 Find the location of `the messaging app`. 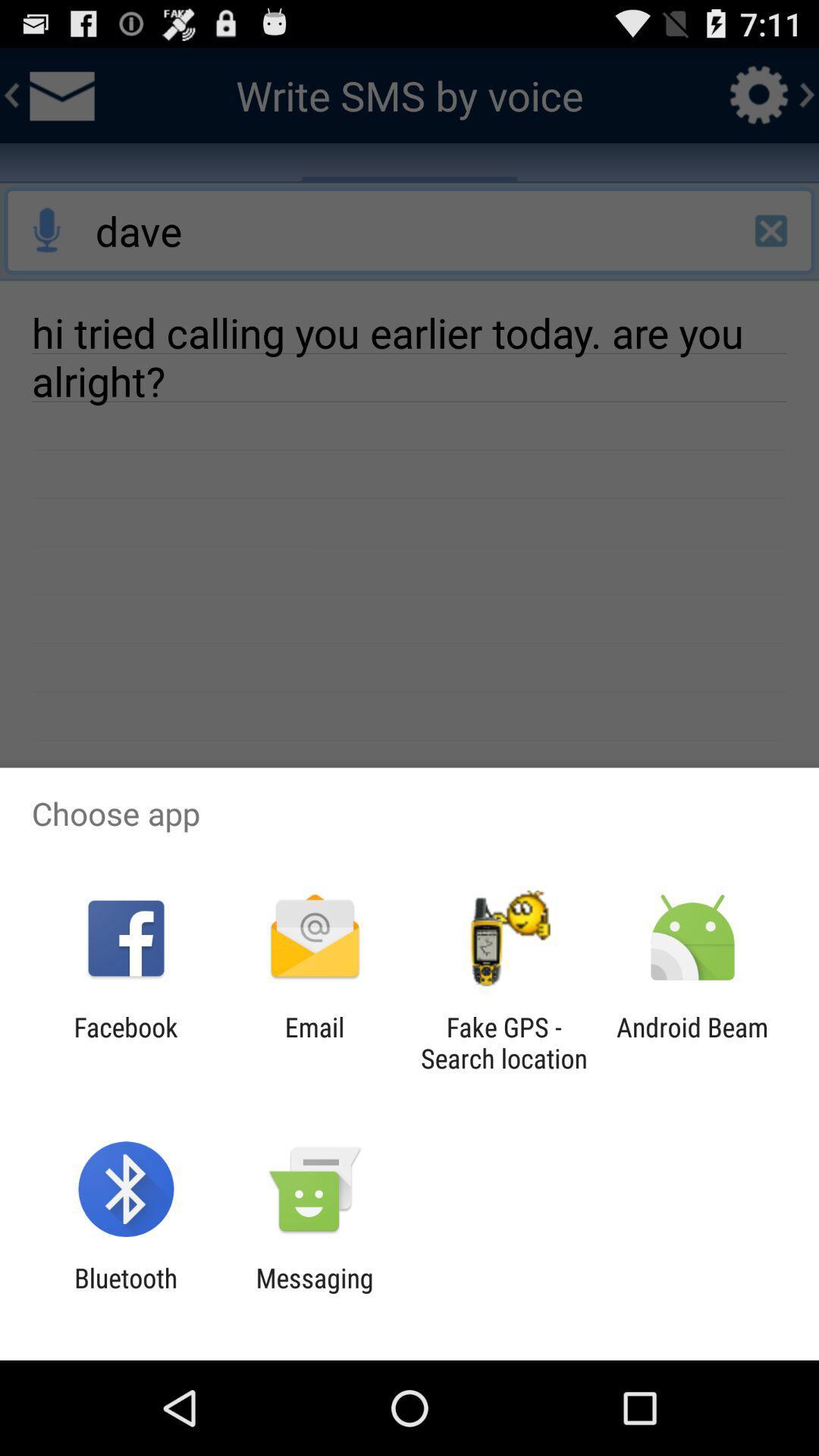

the messaging app is located at coordinates (314, 1293).